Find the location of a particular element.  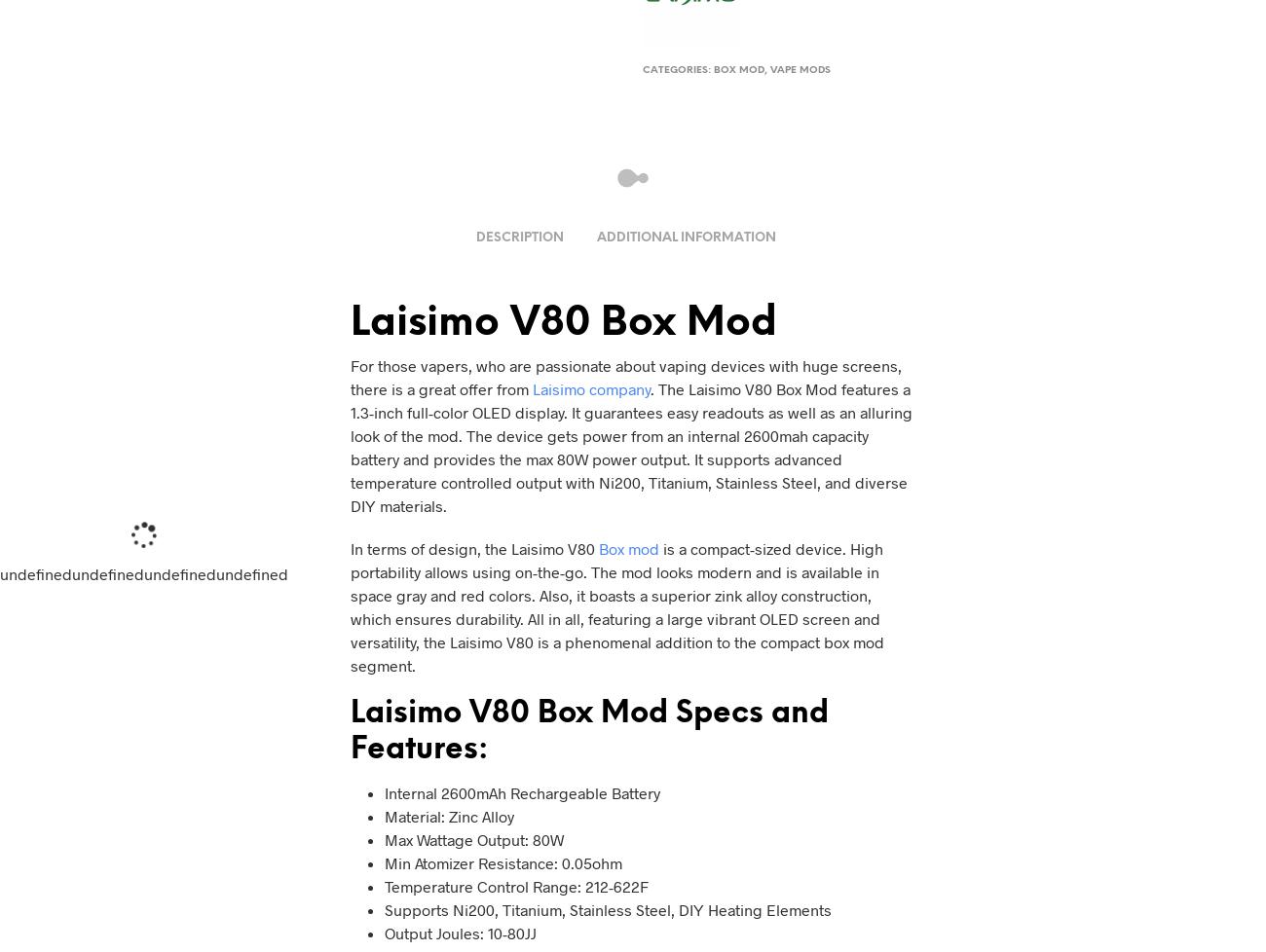

'Output Joules: 10-80JJ' is located at coordinates (384, 932).